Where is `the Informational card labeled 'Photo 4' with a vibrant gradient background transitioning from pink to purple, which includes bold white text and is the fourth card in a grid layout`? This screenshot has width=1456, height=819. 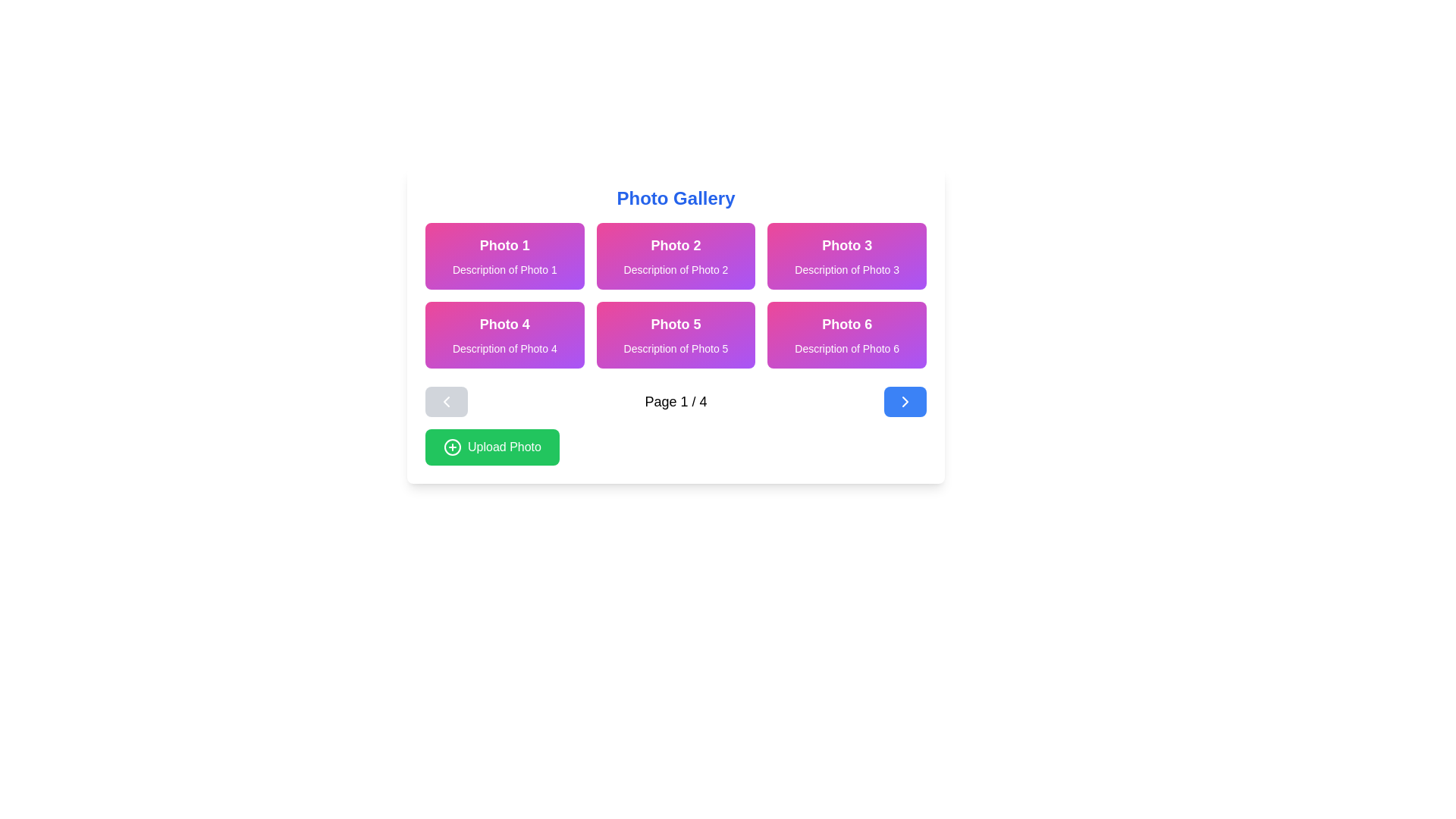
the Informational card labeled 'Photo 4' with a vibrant gradient background transitioning from pink to purple, which includes bold white text and is the fourth card in a grid layout is located at coordinates (504, 334).